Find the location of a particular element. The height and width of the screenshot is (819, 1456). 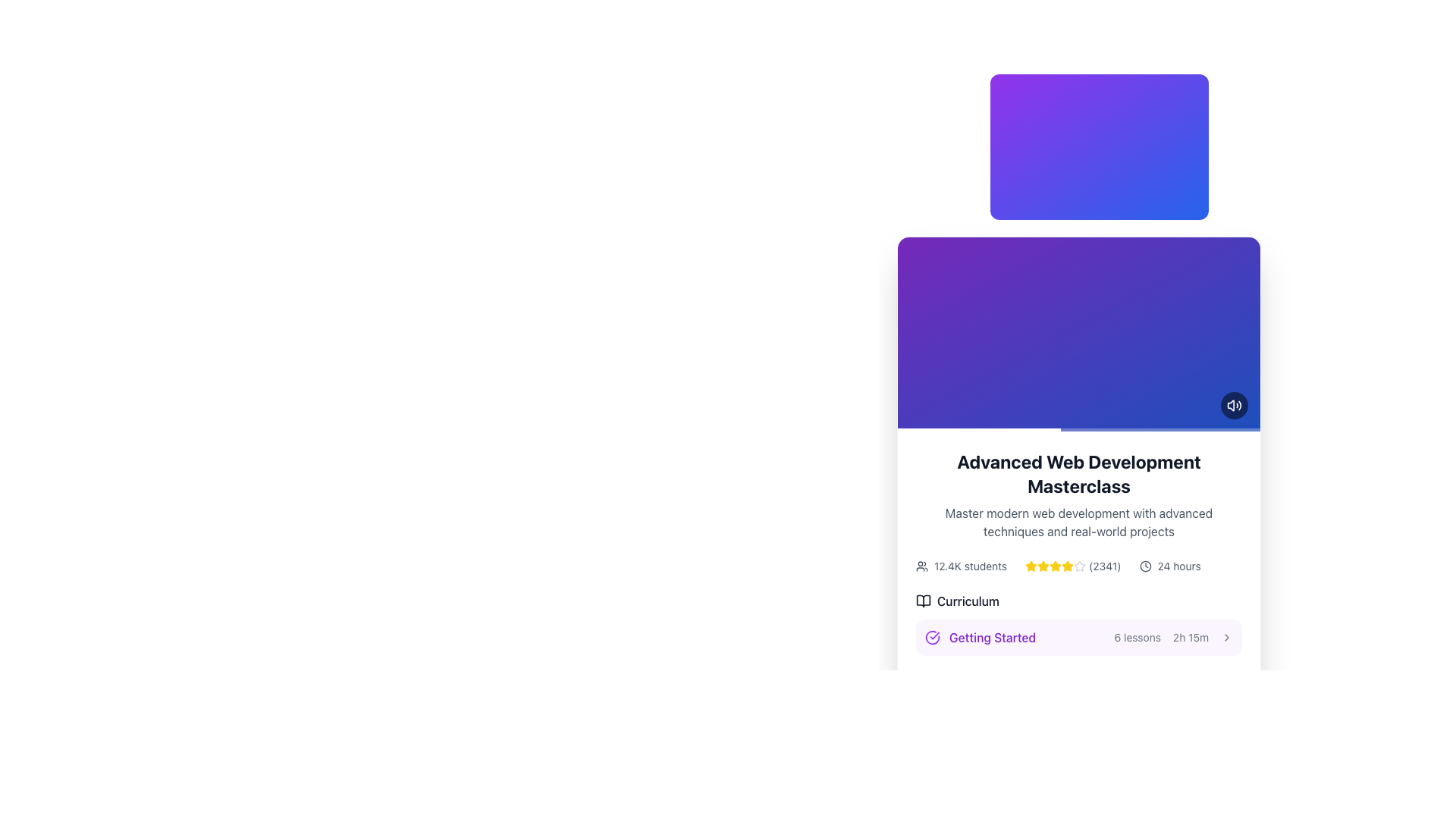

the sixth star icon in the rating component, which is styled with a yellow fill and outline, located below the course title 'Advanced Web Development Masterclass' is located at coordinates (1067, 566).